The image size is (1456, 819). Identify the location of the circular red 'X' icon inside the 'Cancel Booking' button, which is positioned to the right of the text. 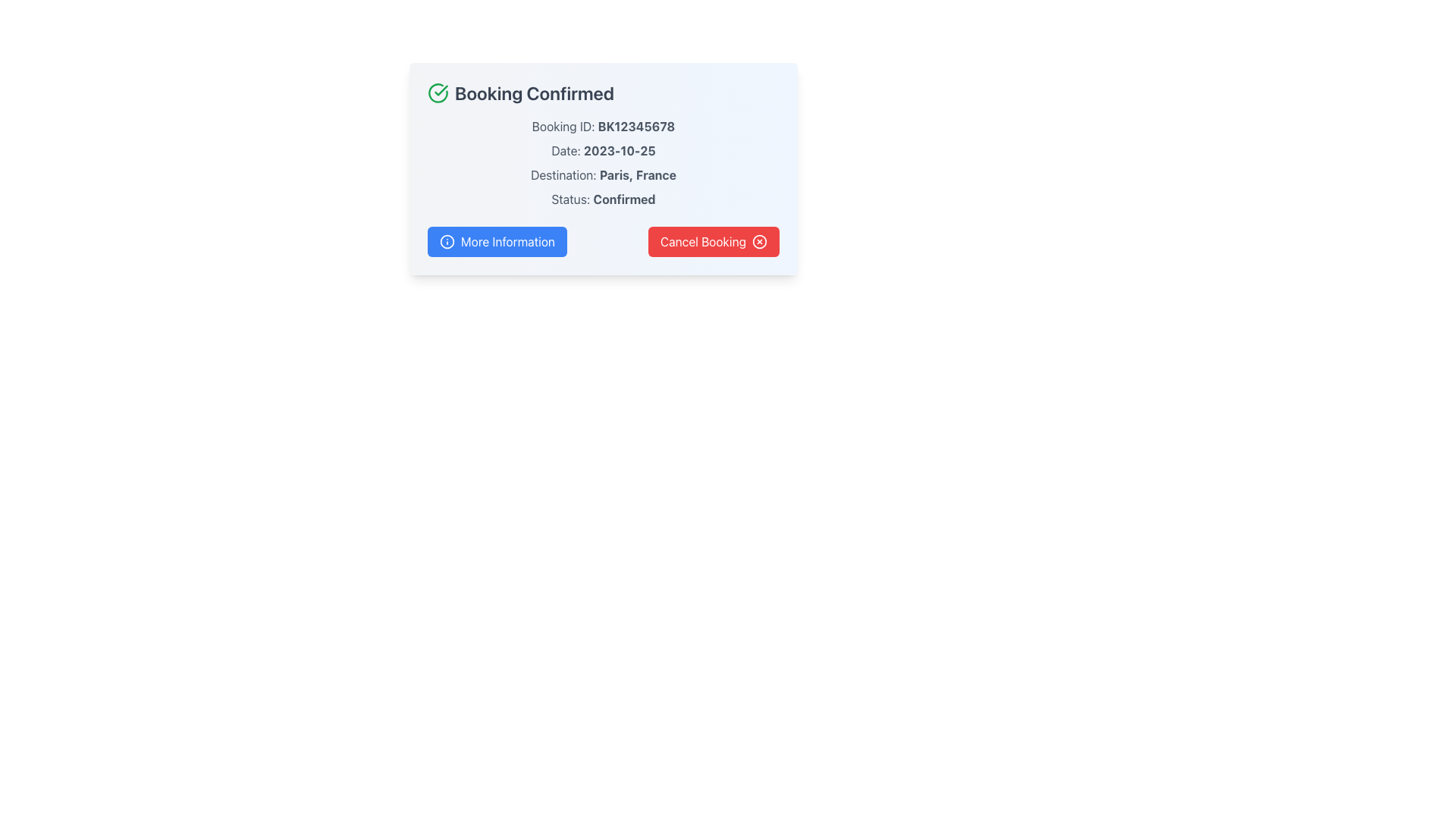
(760, 241).